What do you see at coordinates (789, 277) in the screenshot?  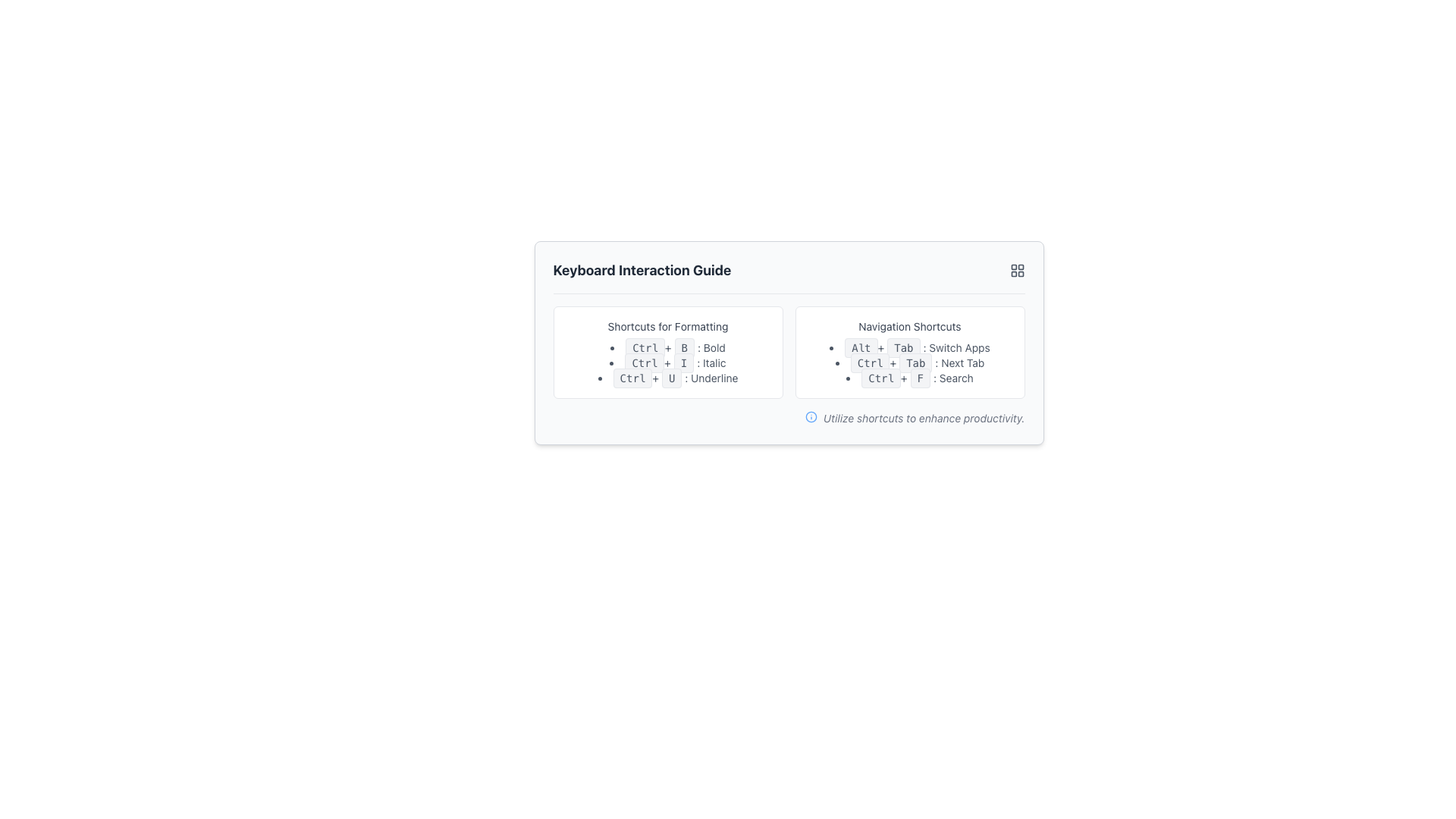 I see `the 'Keyboard Interaction Guide' header` at bounding box center [789, 277].